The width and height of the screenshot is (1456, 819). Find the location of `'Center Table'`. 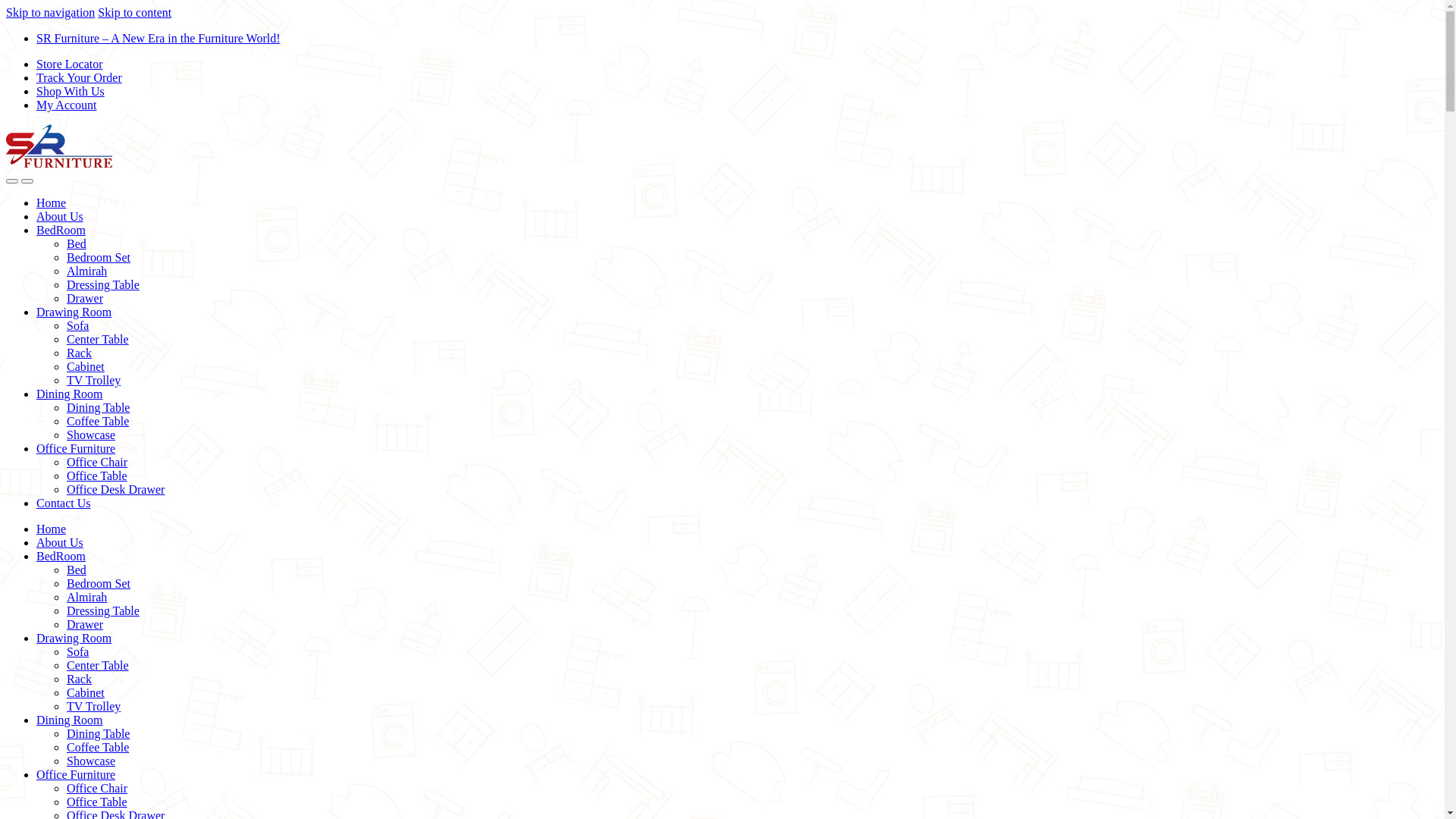

'Center Table' is located at coordinates (97, 664).